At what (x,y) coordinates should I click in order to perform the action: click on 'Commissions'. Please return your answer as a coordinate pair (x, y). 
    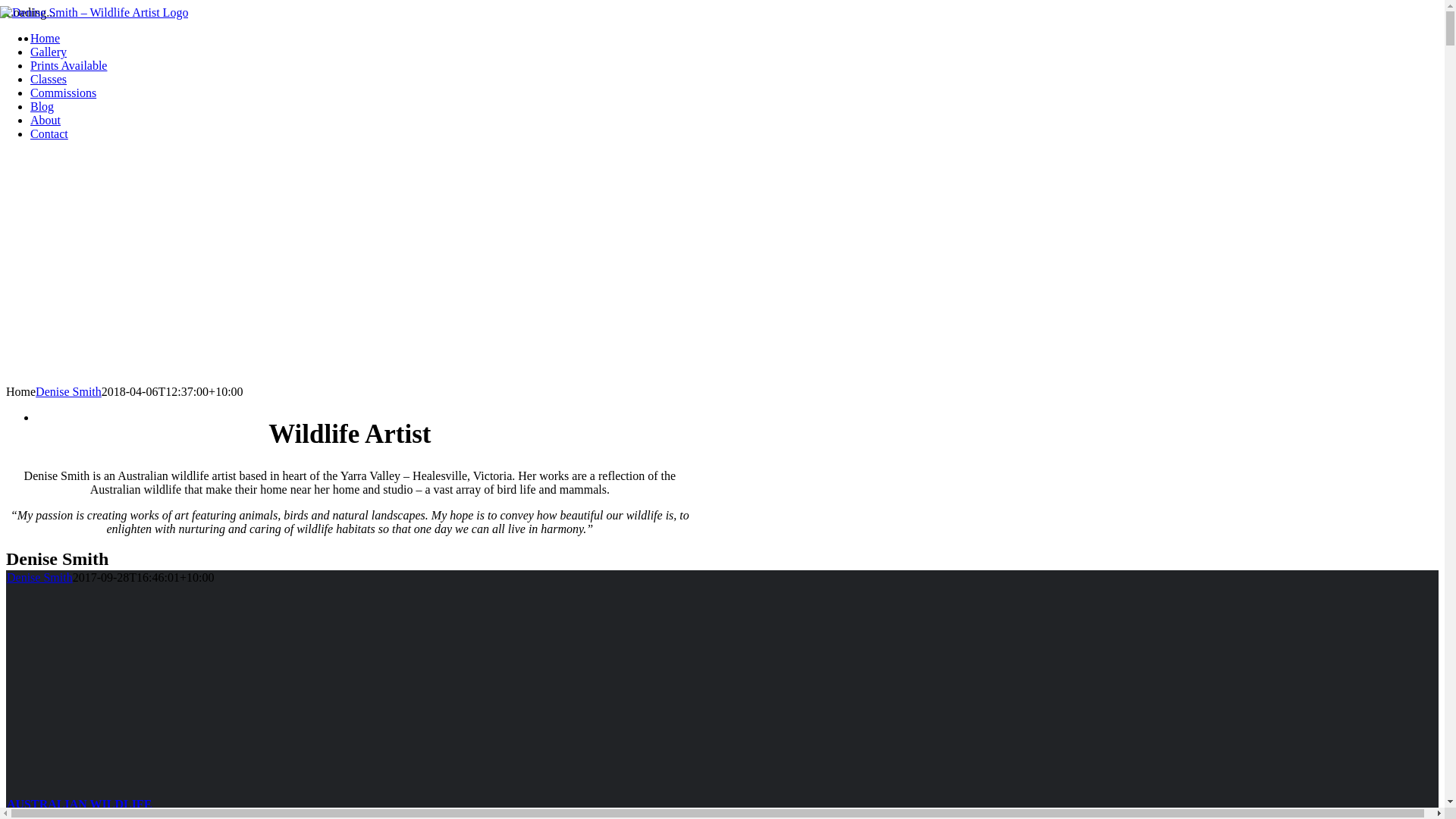
    Looking at the image, I should click on (30, 93).